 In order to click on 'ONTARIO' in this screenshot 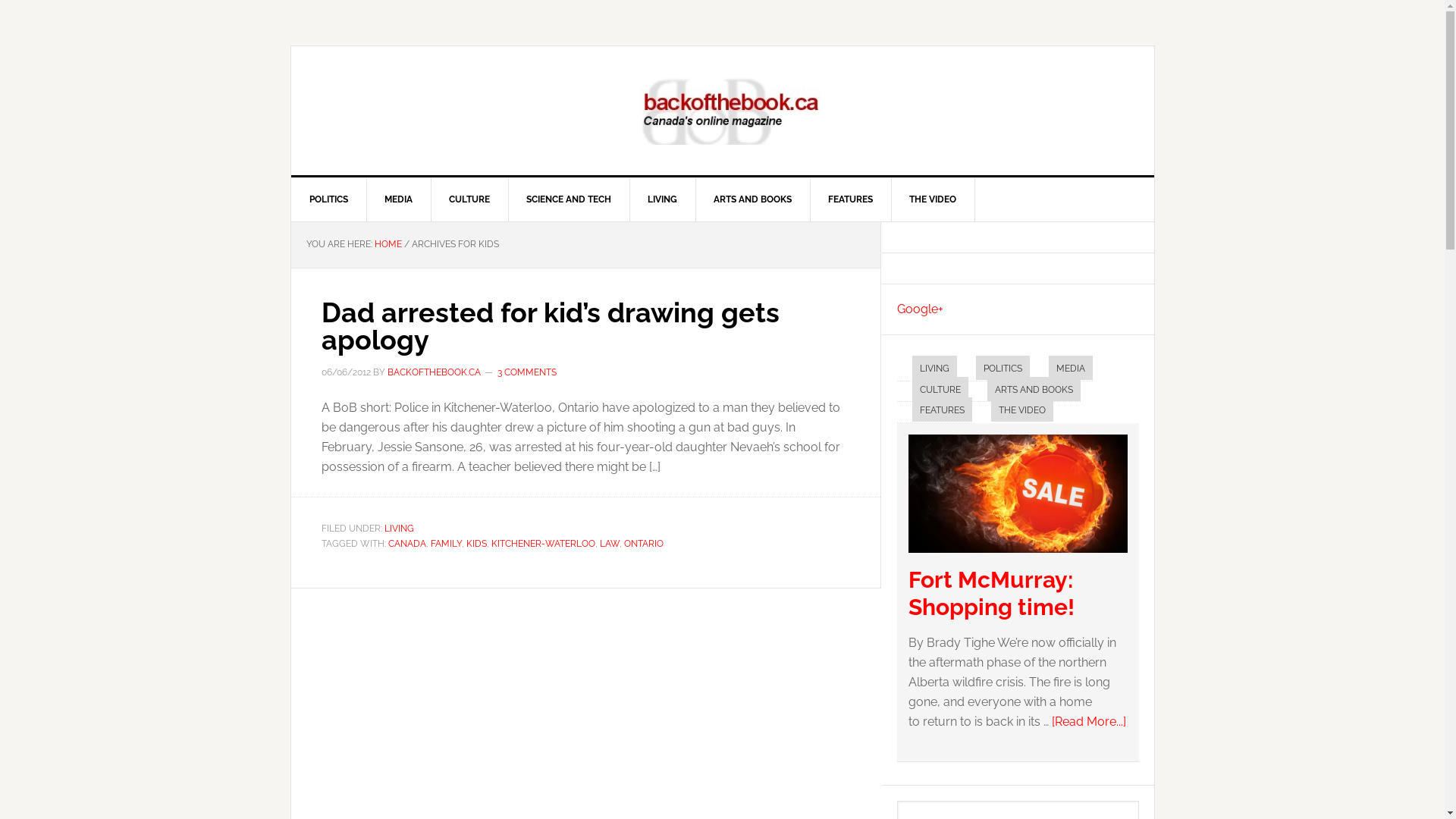, I will do `click(623, 543)`.